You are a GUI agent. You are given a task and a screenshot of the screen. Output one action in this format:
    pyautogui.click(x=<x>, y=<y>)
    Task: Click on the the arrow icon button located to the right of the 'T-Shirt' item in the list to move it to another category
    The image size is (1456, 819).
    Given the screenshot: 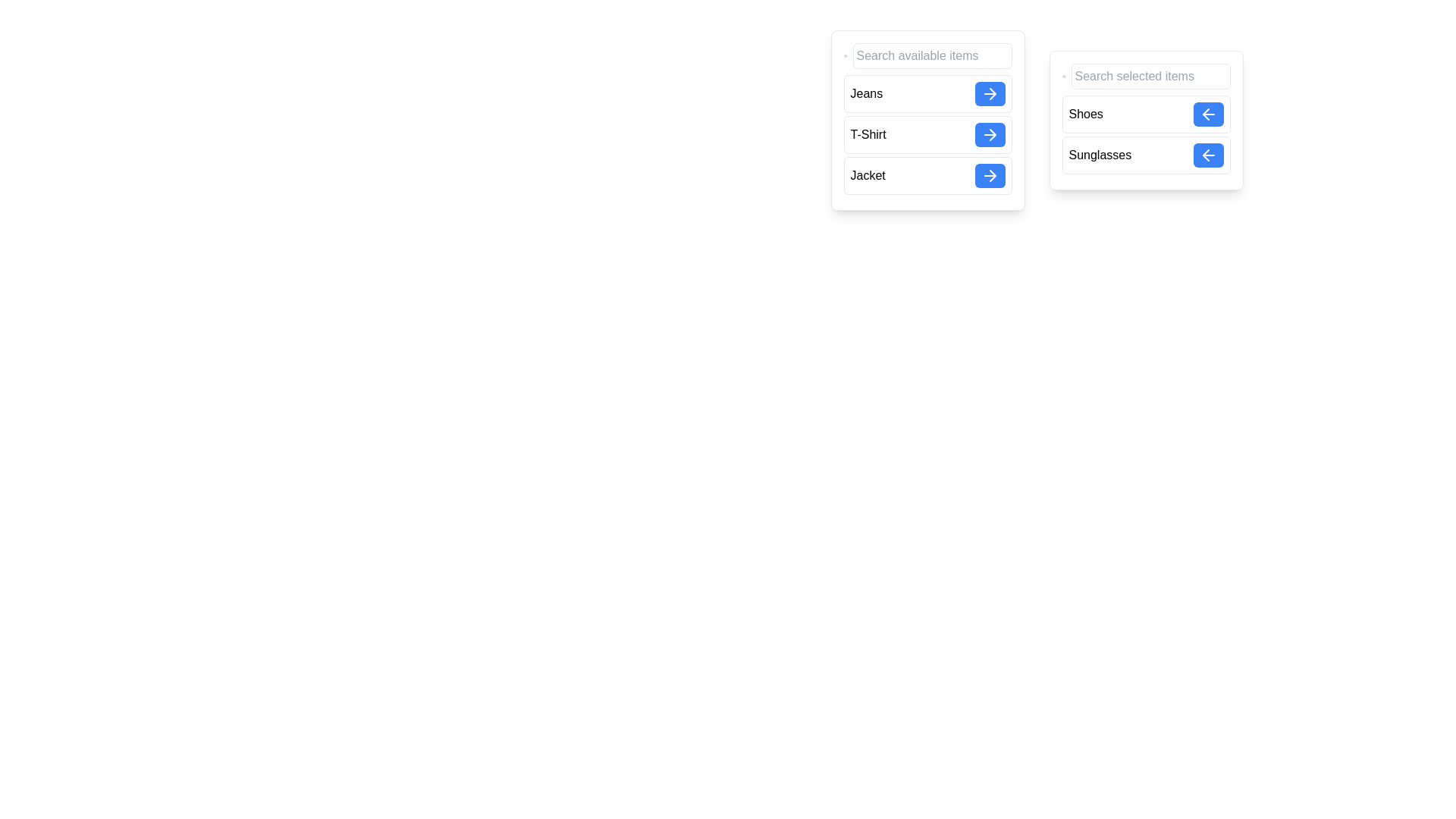 What is the action you would take?
    pyautogui.click(x=990, y=133)
    